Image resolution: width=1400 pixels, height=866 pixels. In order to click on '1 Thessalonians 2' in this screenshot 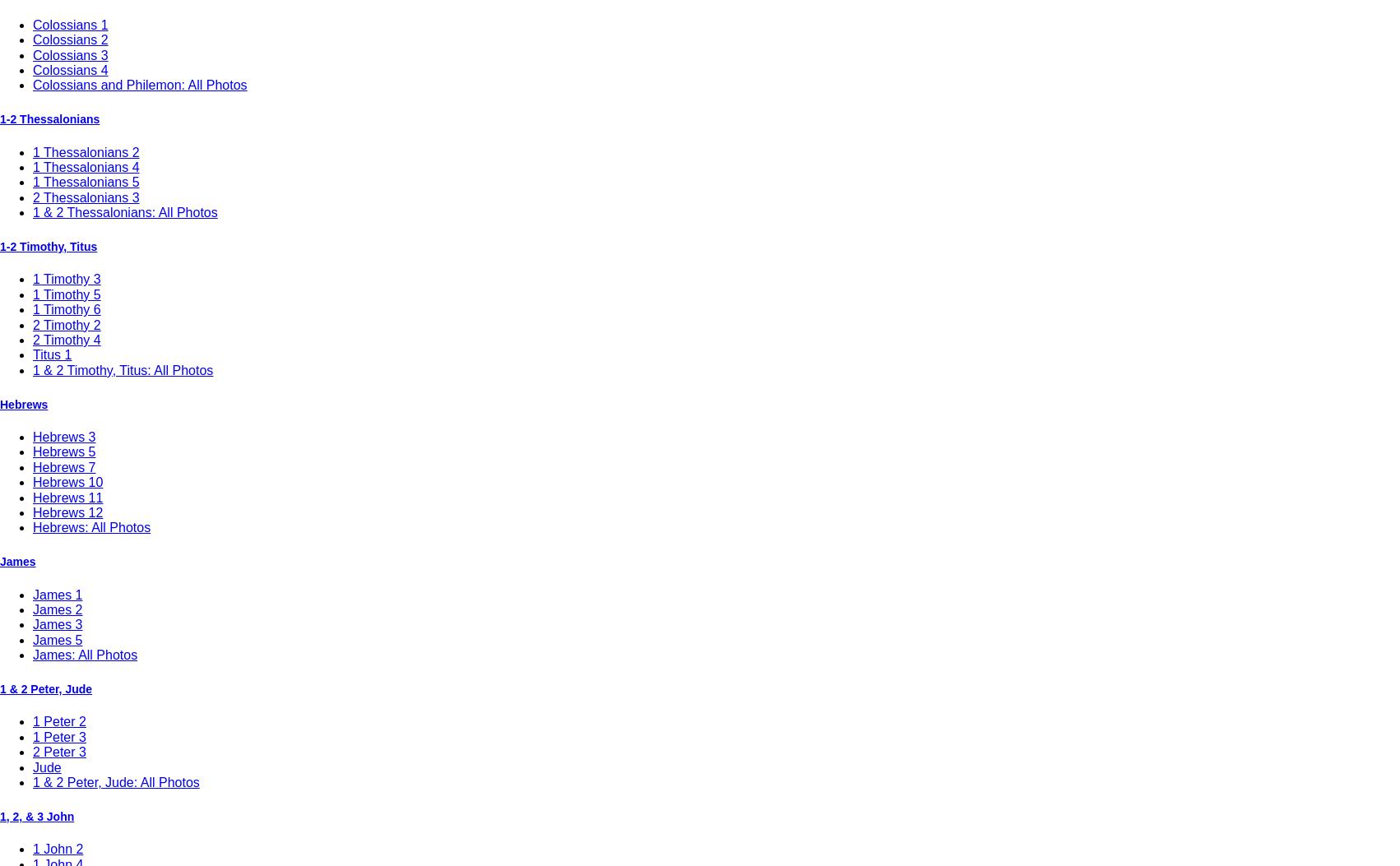, I will do `click(86, 151)`.